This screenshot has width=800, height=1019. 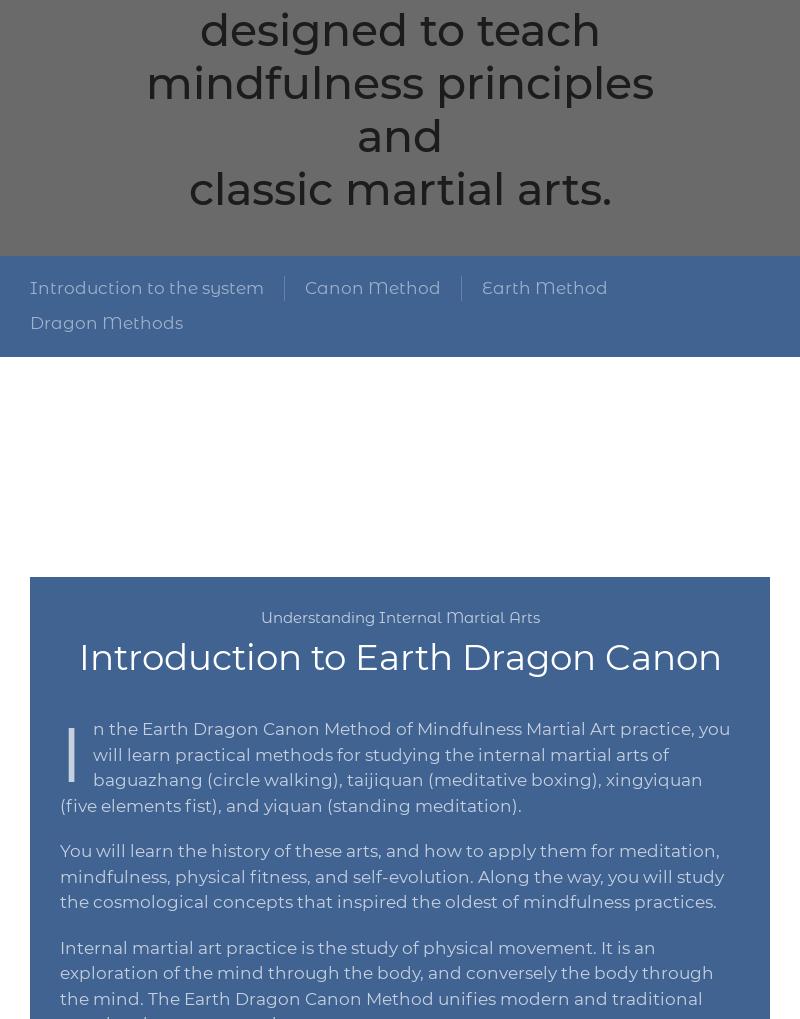 What do you see at coordinates (400, 107) in the screenshot?
I see `'mindfulness principles and'` at bounding box center [400, 107].